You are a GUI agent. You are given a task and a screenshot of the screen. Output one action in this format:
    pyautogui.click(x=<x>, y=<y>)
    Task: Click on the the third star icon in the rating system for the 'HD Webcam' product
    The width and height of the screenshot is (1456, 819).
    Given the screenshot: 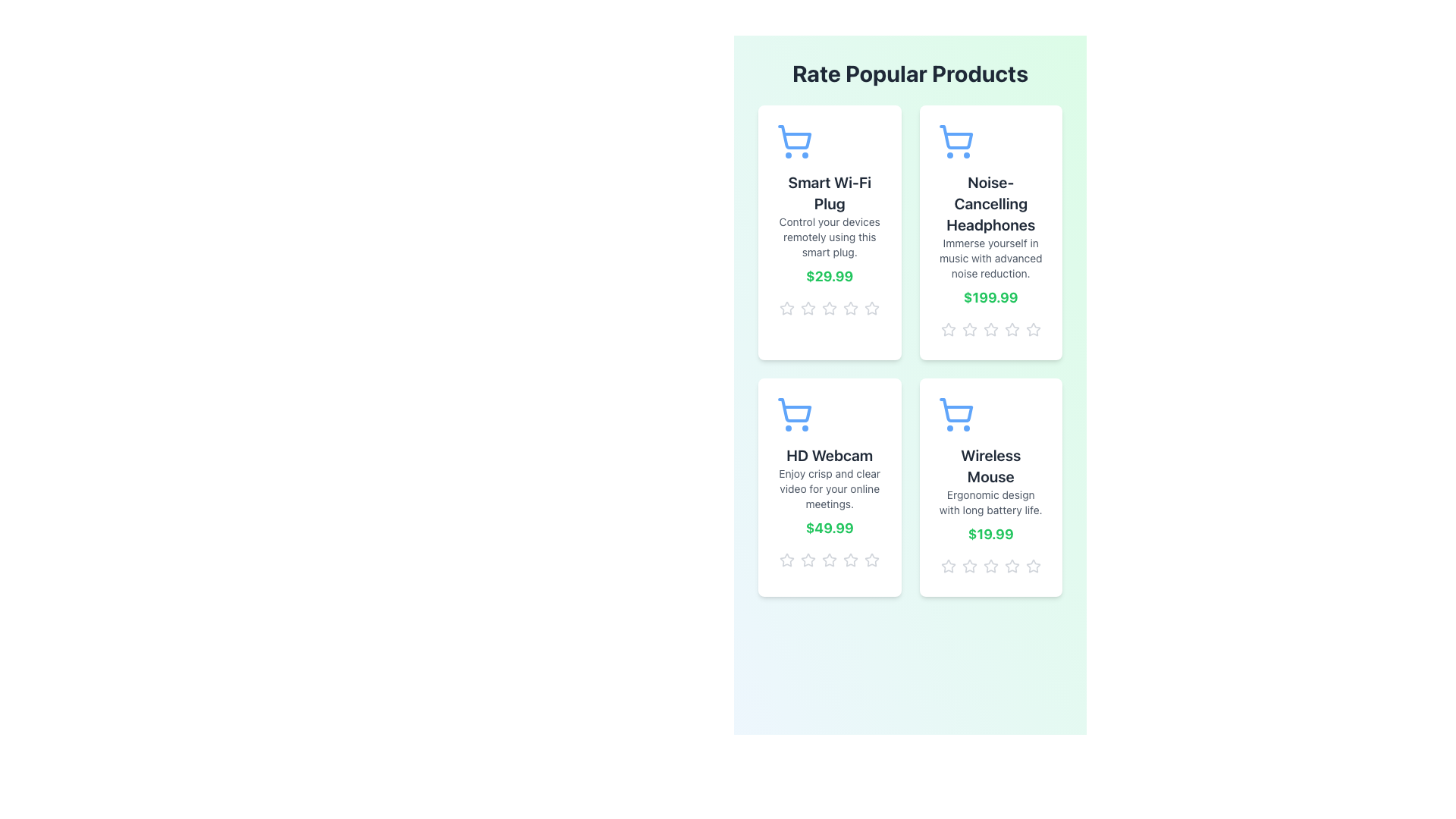 What is the action you would take?
    pyautogui.click(x=808, y=560)
    